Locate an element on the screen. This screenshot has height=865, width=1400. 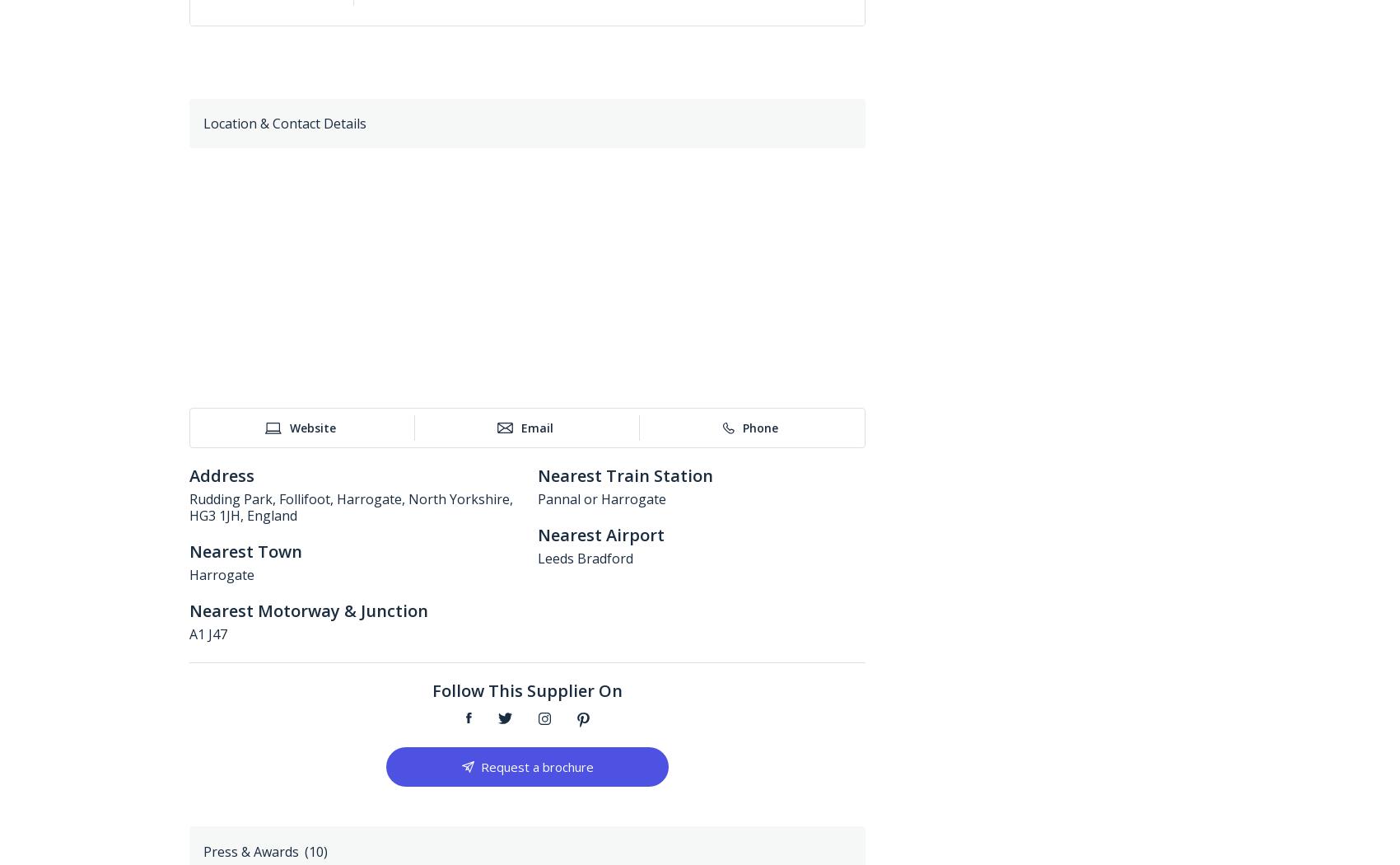
'(' is located at coordinates (303, 849).